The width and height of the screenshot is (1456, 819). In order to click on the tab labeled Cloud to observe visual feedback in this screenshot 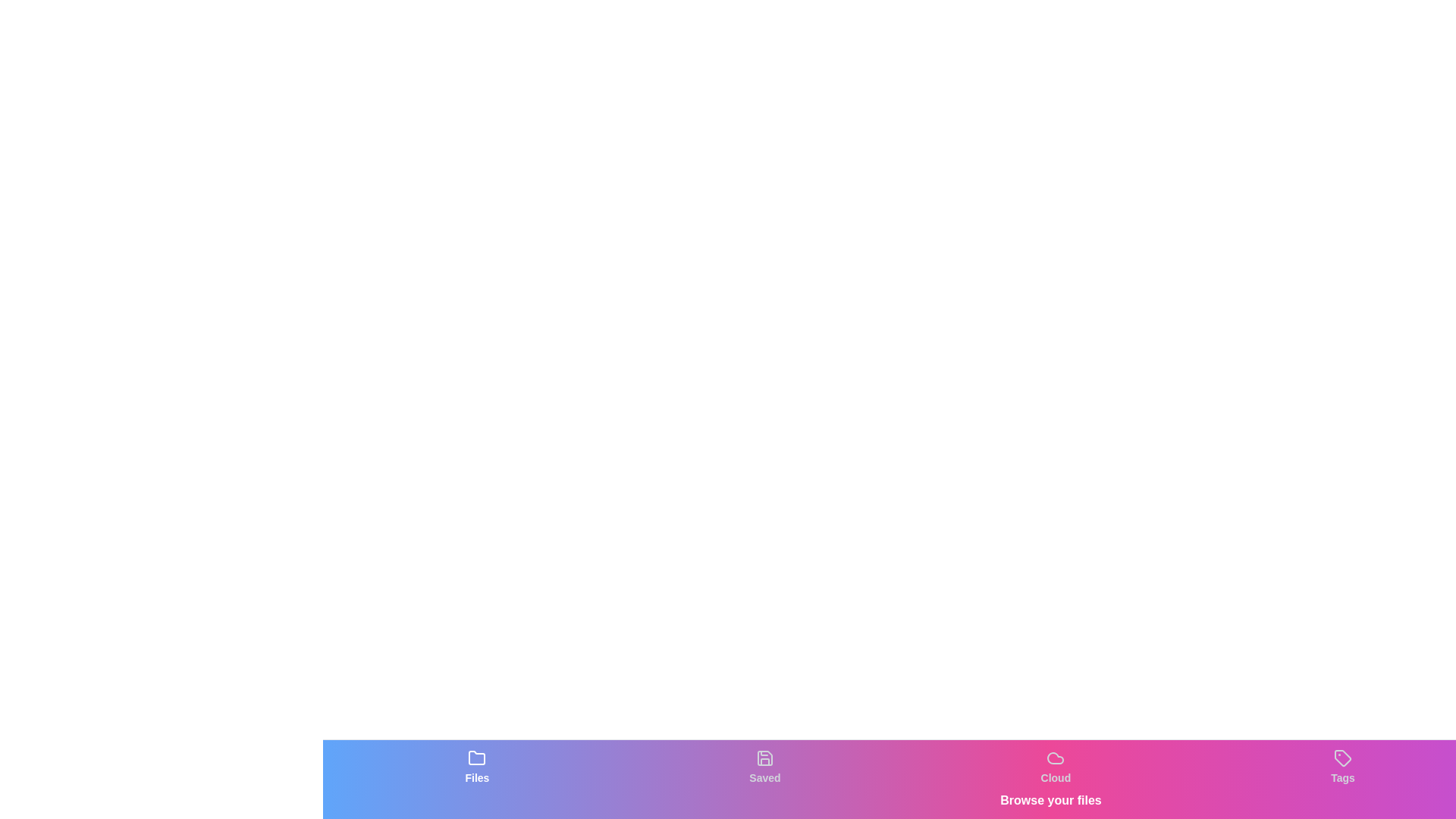, I will do `click(1055, 767)`.